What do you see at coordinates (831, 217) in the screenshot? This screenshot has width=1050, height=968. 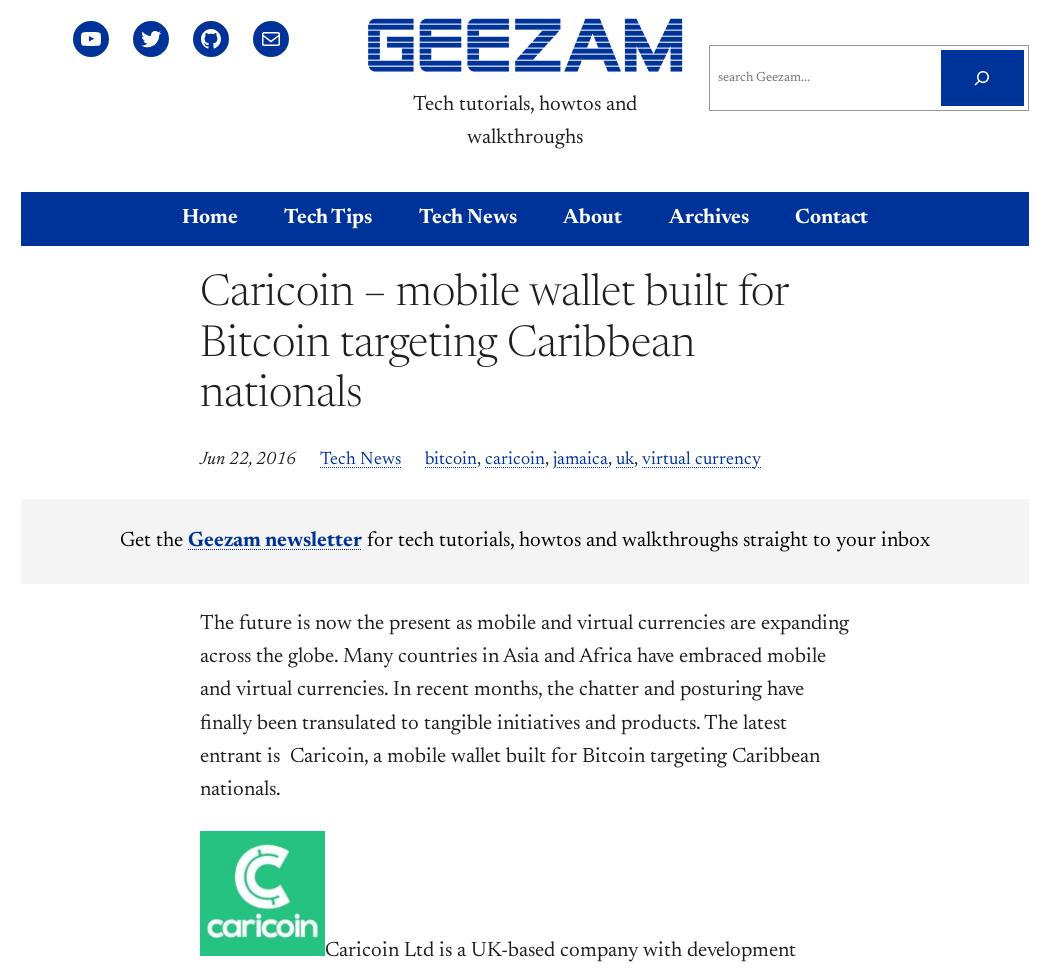 I see `'Contact'` at bounding box center [831, 217].